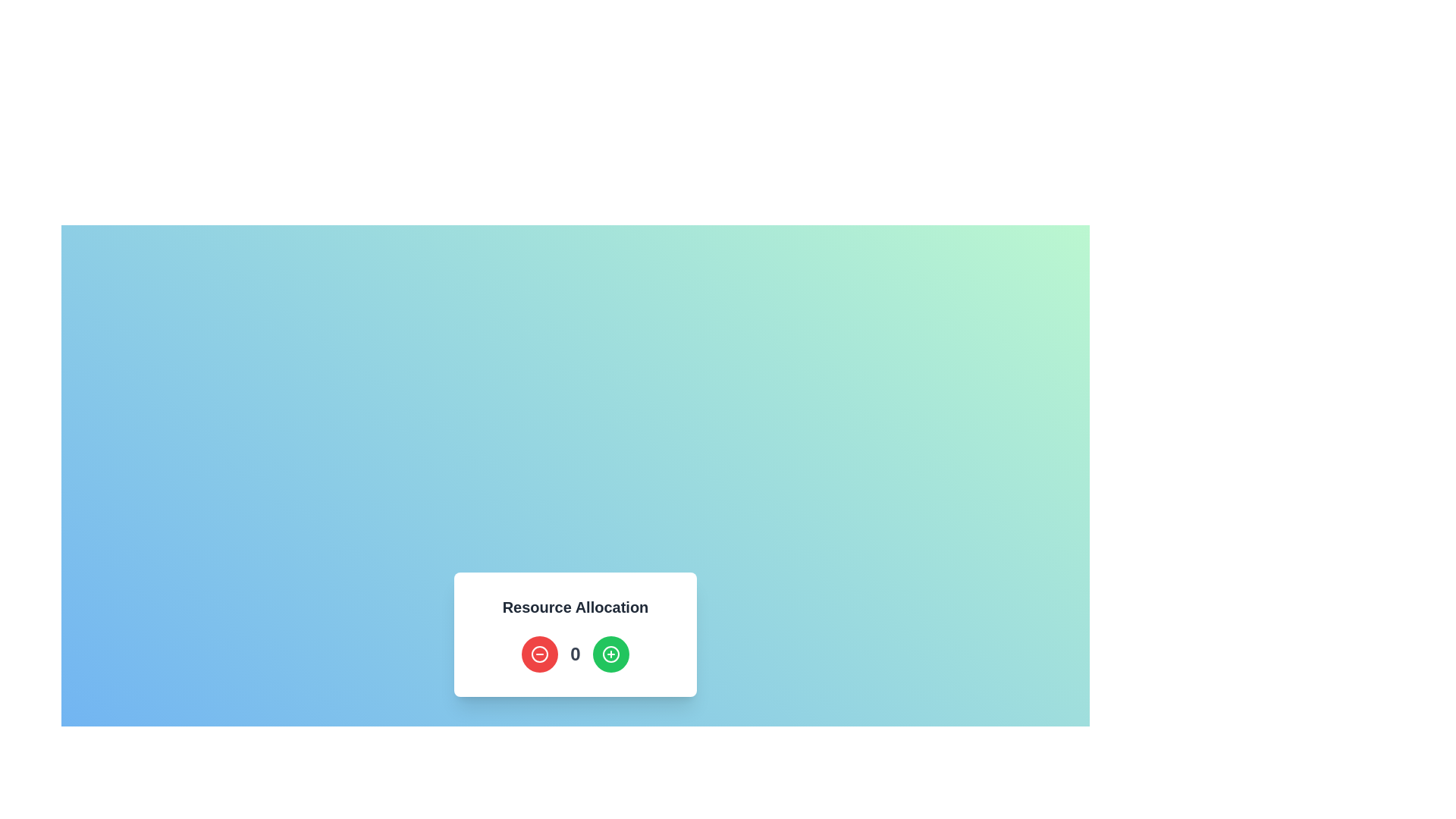 The image size is (1456, 819). Describe the element at coordinates (540, 654) in the screenshot. I see `the subtract icon in the 'Resource Allocation' card, which is the leftmost symbol next to the green '+' icon` at that location.